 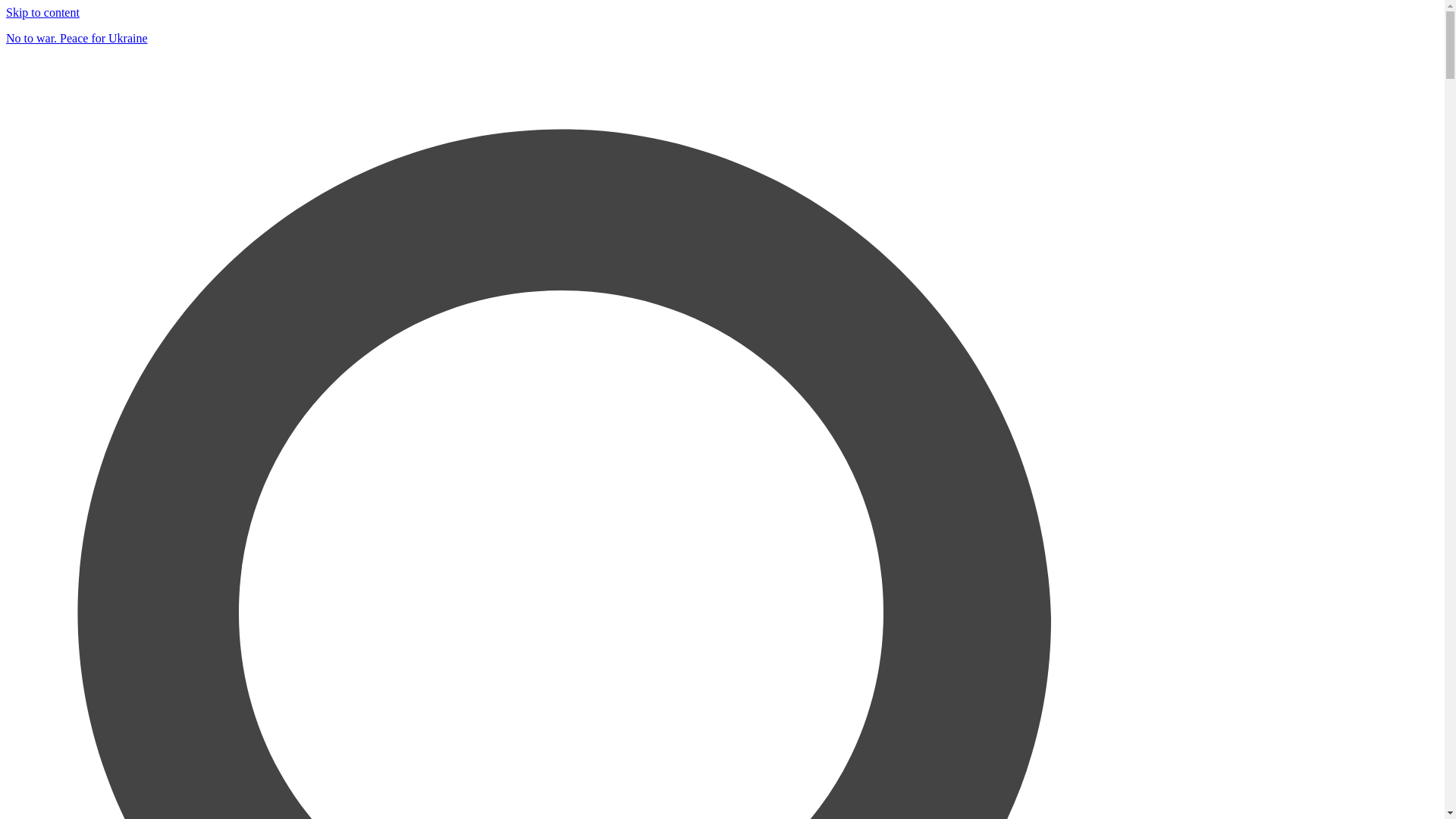 What do you see at coordinates (42, 12) in the screenshot?
I see `'Skip to content'` at bounding box center [42, 12].